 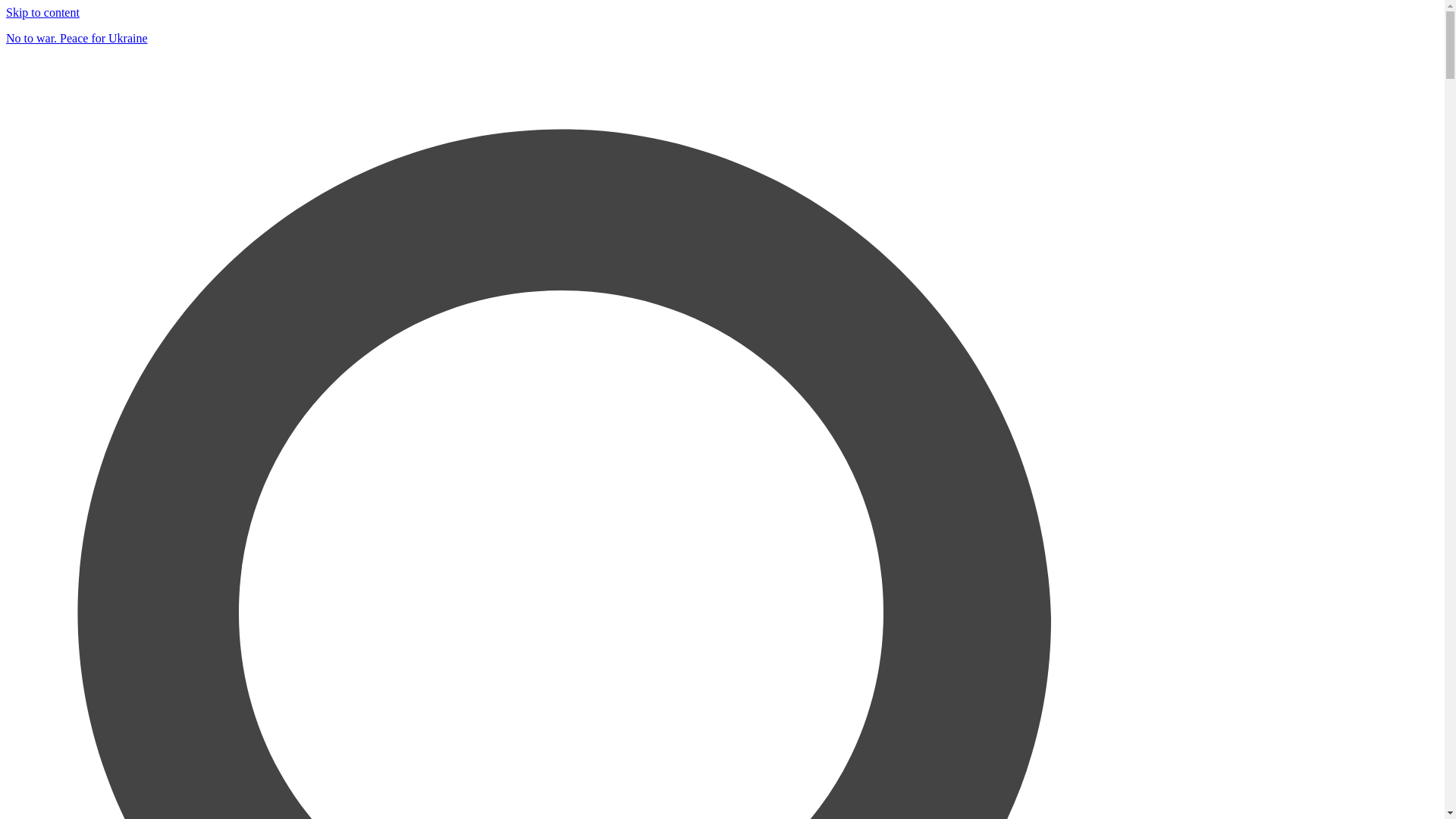 What do you see at coordinates (42, 12) in the screenshot?
I see `'Skip to content'` at bounding box center [42, 12].